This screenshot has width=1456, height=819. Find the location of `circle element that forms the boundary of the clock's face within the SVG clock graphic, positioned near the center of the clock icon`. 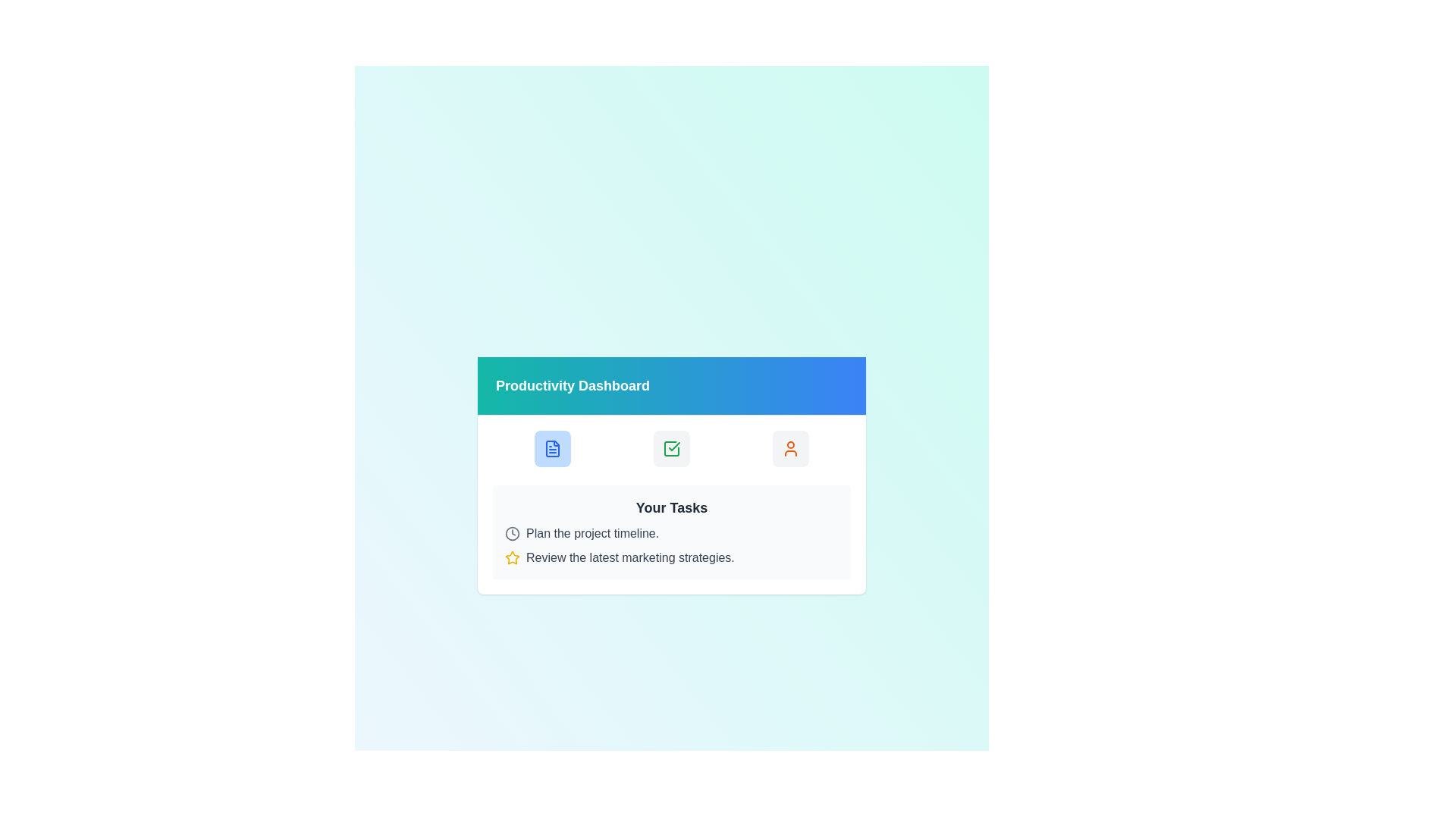

circle element that forms the boundary of the clock's face within the SVG clock graphic, positioned near the center of the clock icon is located at coordinates (513, 532).